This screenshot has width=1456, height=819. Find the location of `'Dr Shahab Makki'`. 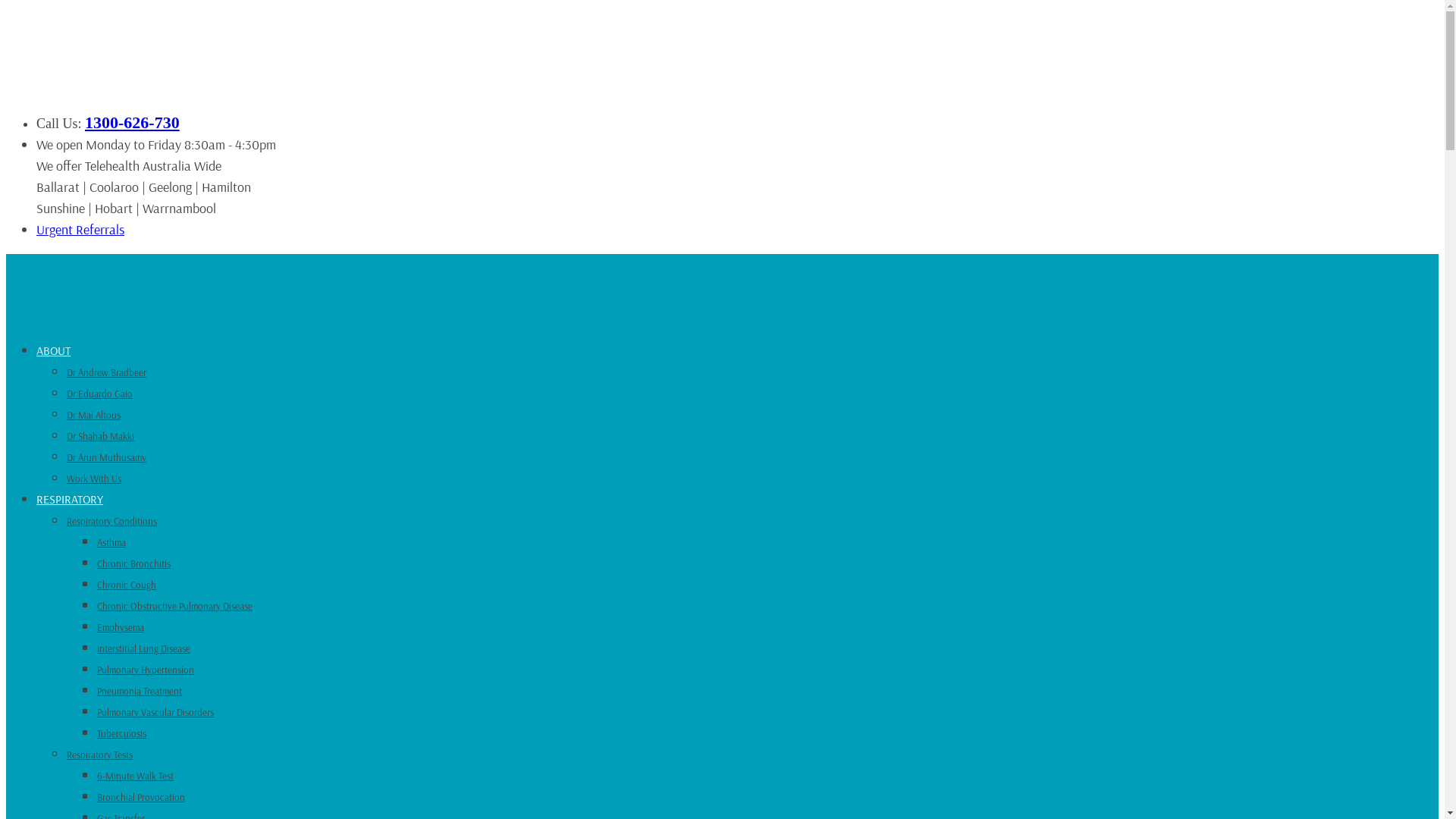

'Dr Shahab Makki' is located at coordinates (99, 435).